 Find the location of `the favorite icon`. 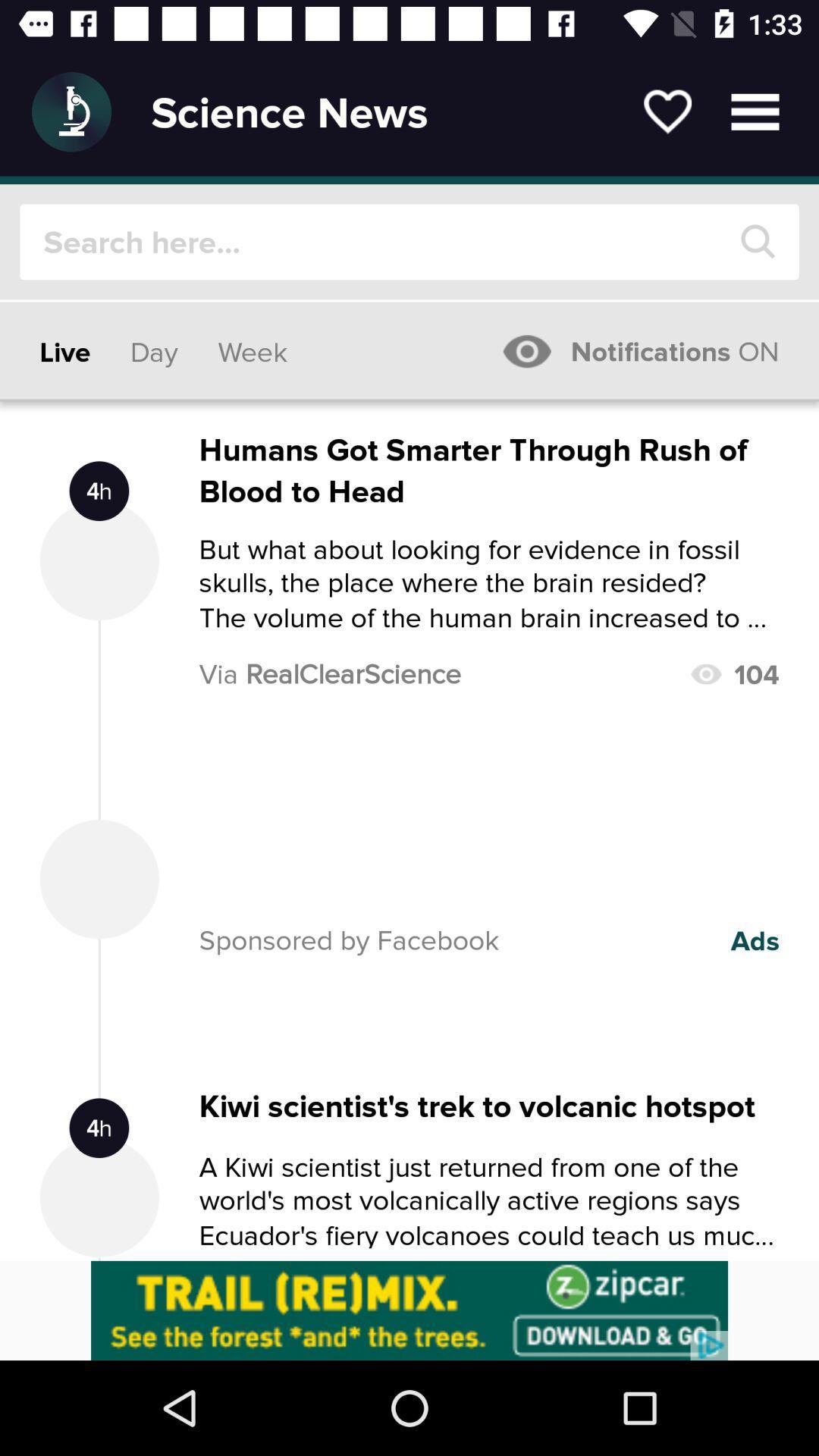

the favorite icon is located at coordinates (667, 111).